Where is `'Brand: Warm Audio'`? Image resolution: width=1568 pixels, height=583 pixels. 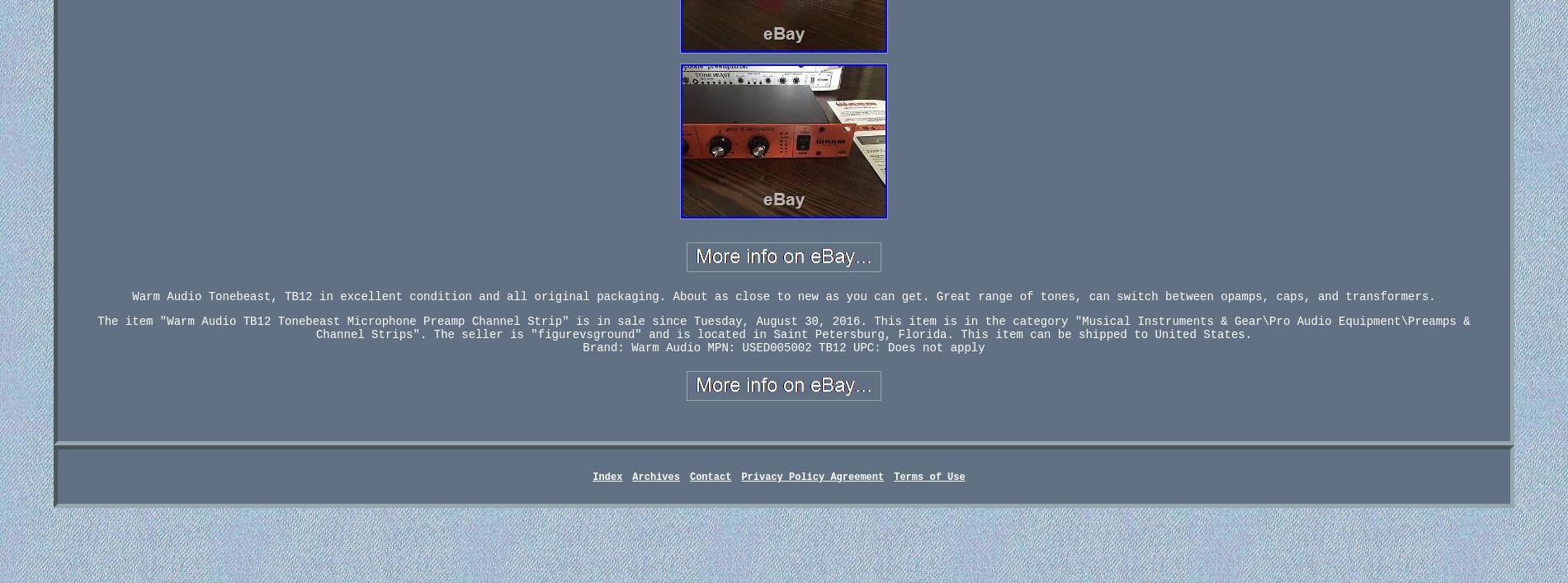
'Brand: Warm Audio' is located at coordinates (640, 347).